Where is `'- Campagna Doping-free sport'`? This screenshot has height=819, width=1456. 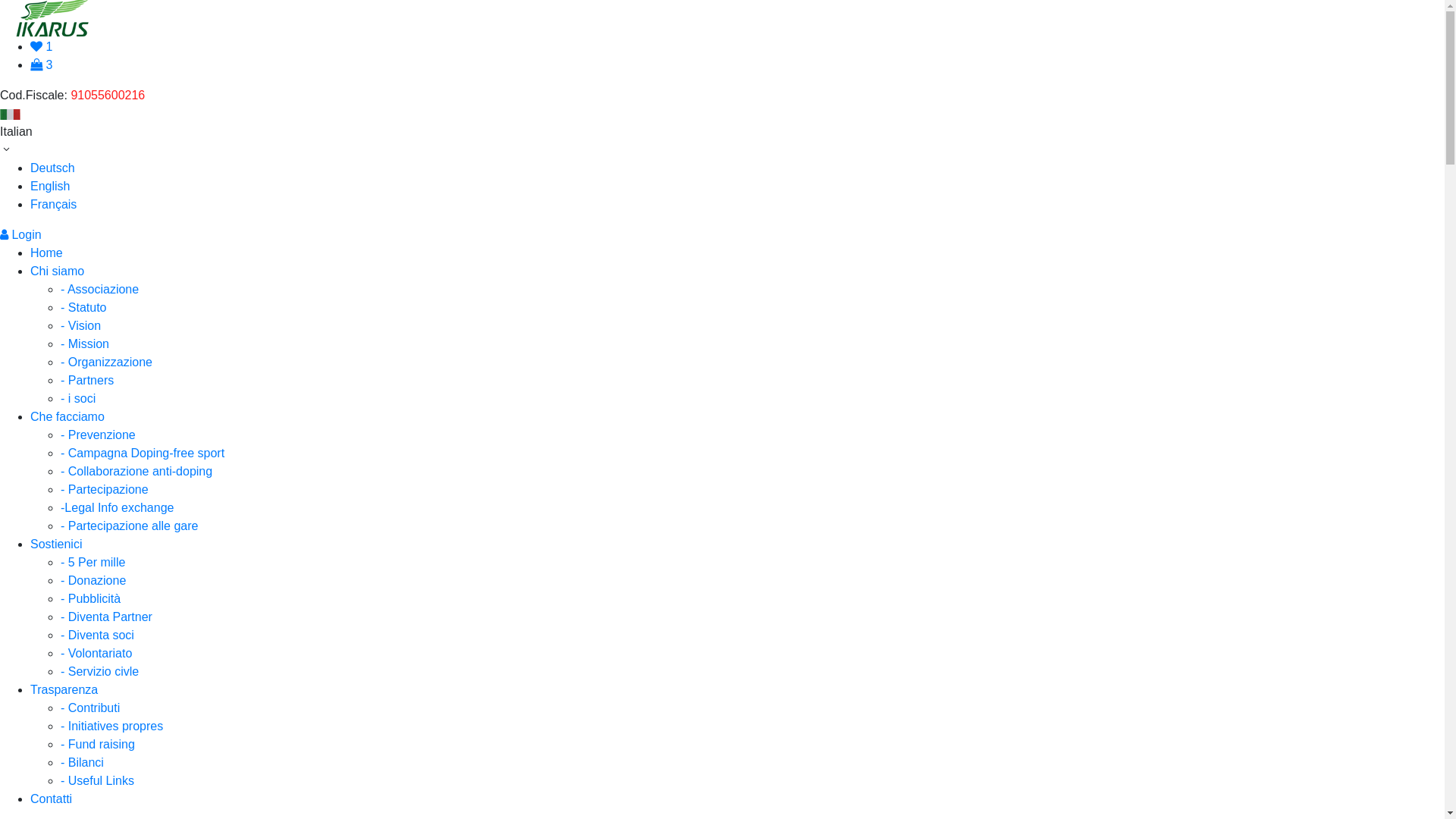
'- Campagna Doping-free sport' is located at coordinates (142, 452).